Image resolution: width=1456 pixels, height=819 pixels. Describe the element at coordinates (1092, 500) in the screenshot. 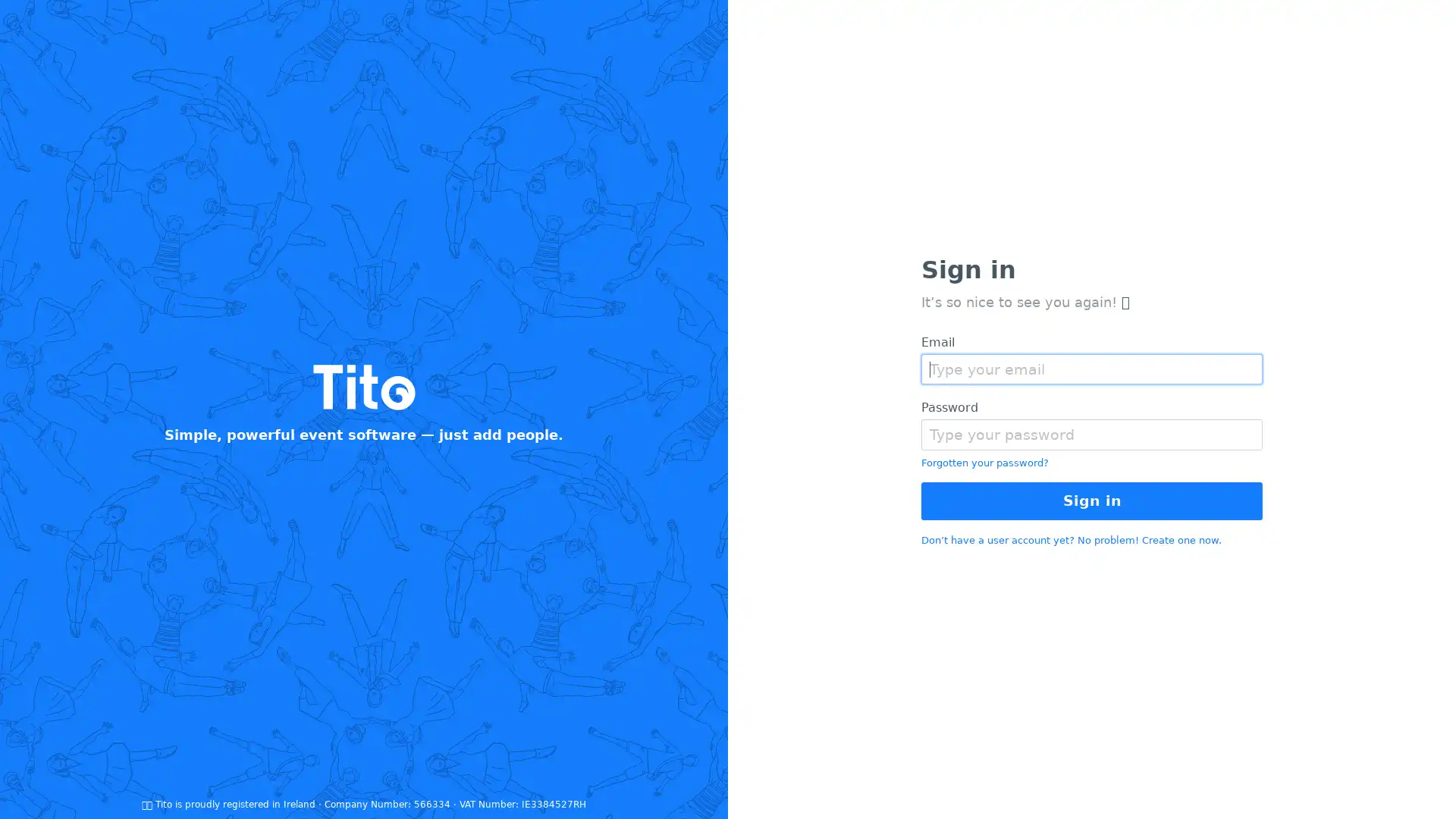

I see `Sign in` at that location.